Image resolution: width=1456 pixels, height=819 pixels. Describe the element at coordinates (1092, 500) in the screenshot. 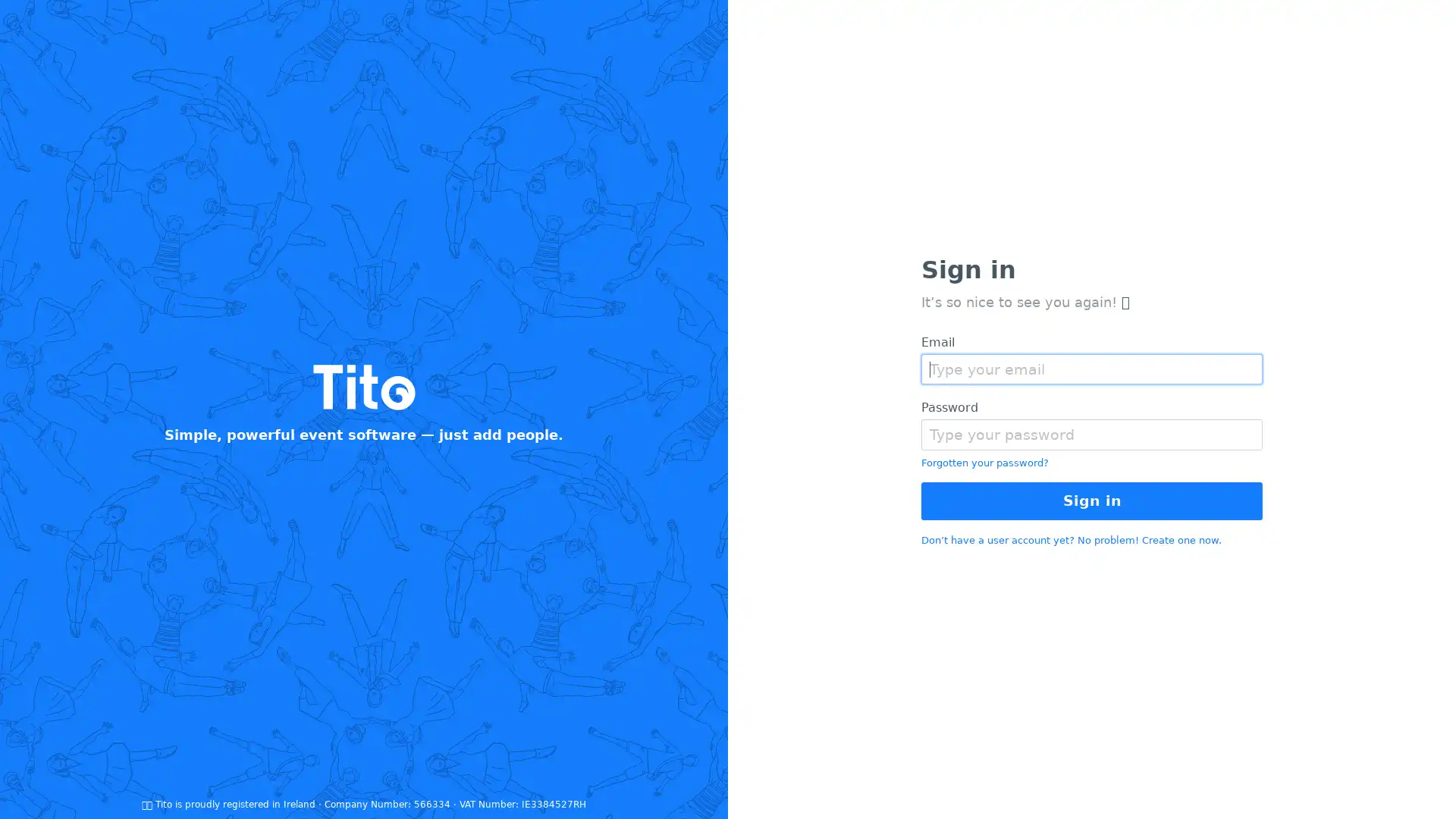

I see `Sign in` at that location.